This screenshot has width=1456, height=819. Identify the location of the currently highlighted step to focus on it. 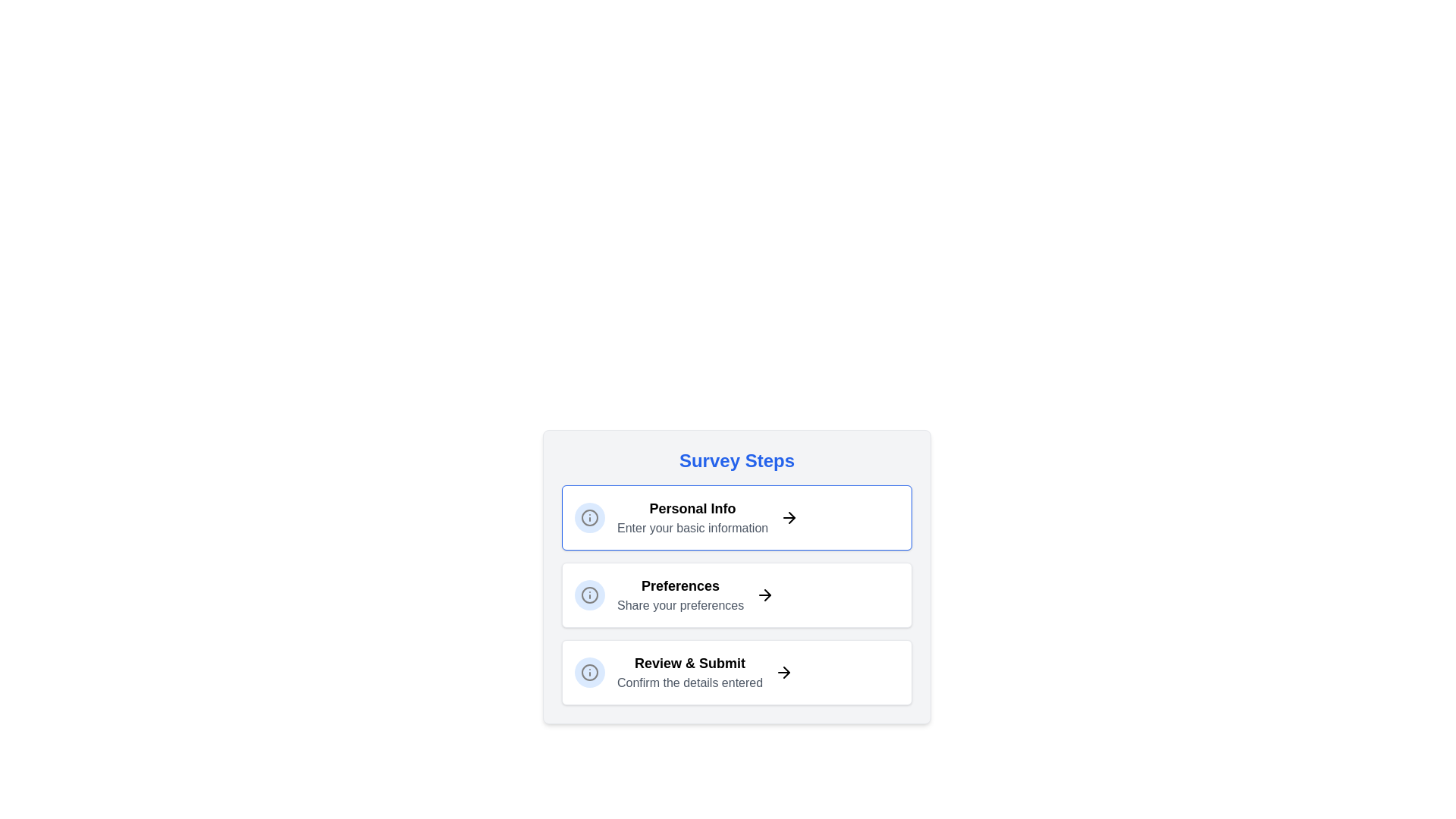
(736, 516).